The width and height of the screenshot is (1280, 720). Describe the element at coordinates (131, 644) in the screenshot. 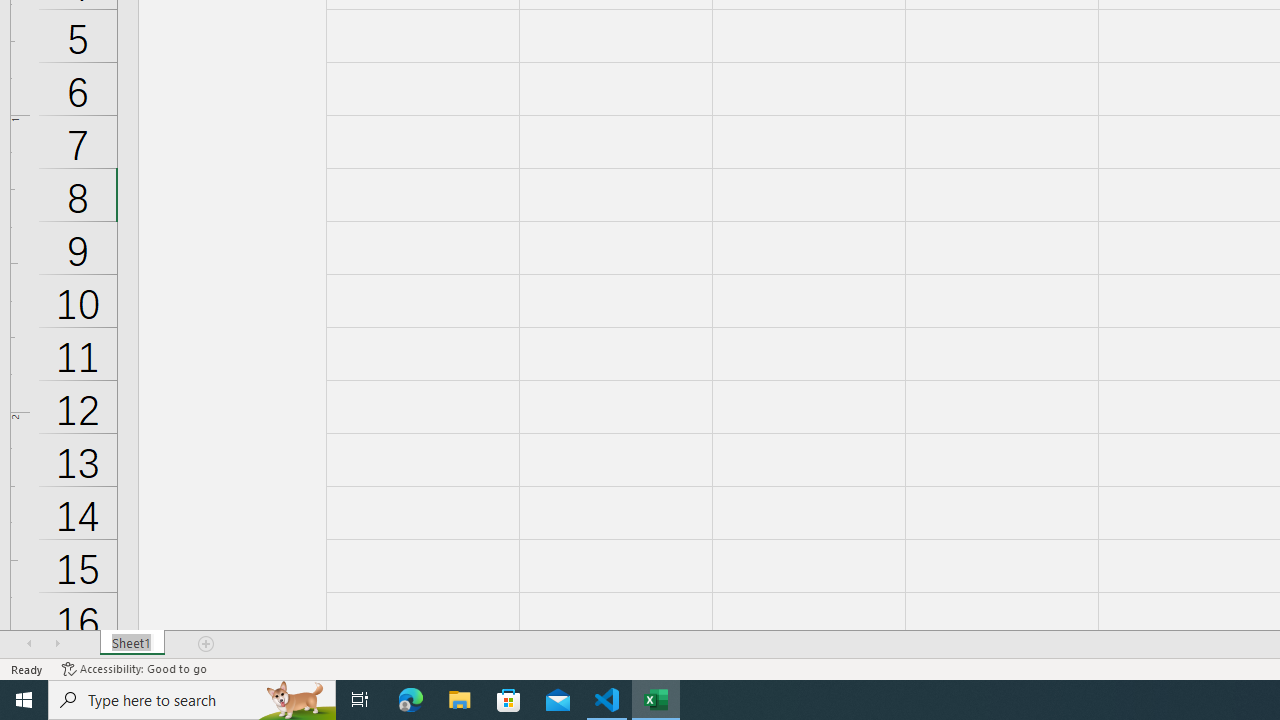

I see `'Sheet Tab'` at that location.